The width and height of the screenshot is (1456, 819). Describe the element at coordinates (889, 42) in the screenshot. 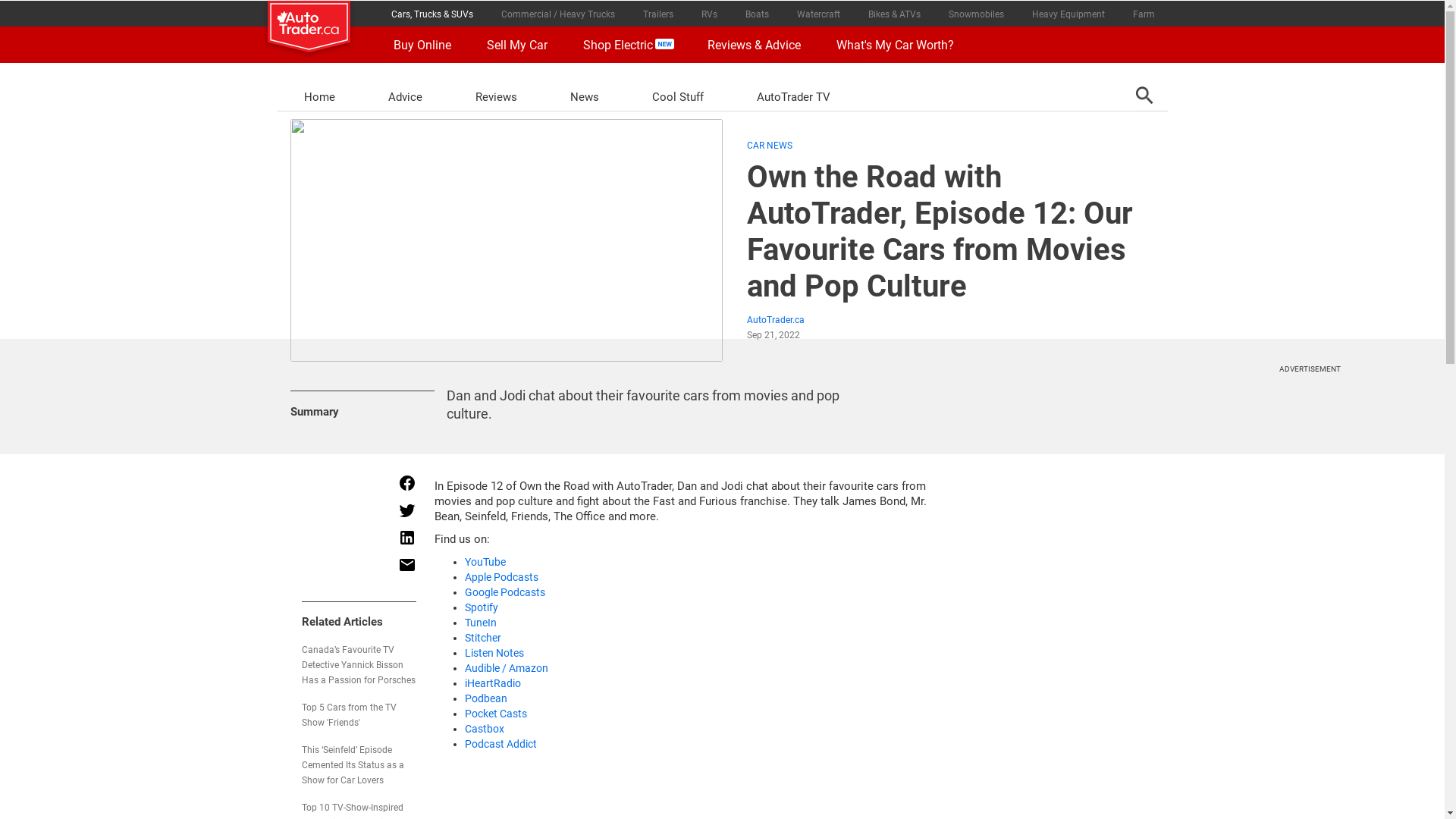

I see `'What's My Car Worth?'` at that location.